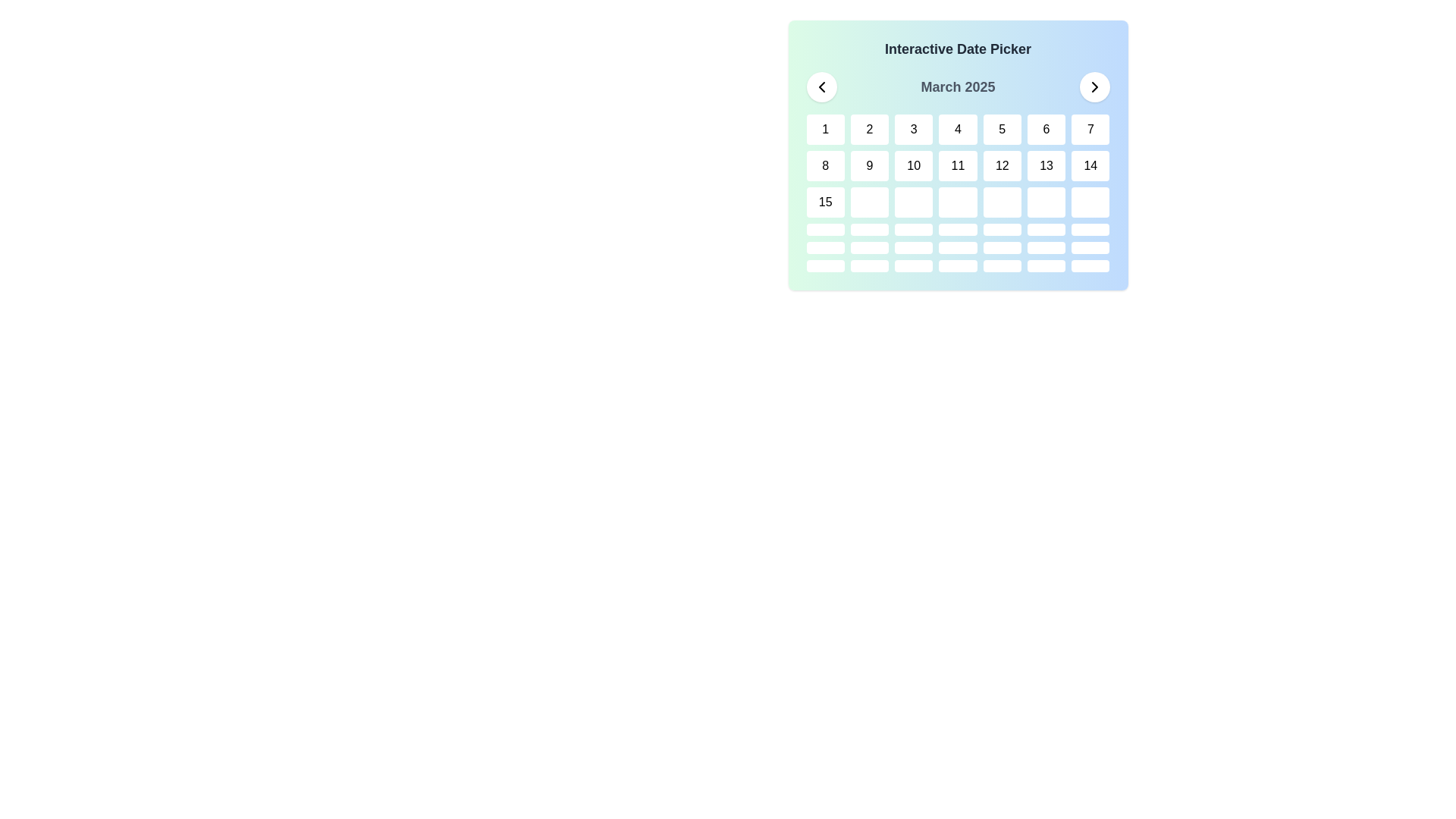  I want to click on the rectangular button with a white background in the interactive date picker interface, located in the last row and fifth column of the grid layout, so click(1002, 247).